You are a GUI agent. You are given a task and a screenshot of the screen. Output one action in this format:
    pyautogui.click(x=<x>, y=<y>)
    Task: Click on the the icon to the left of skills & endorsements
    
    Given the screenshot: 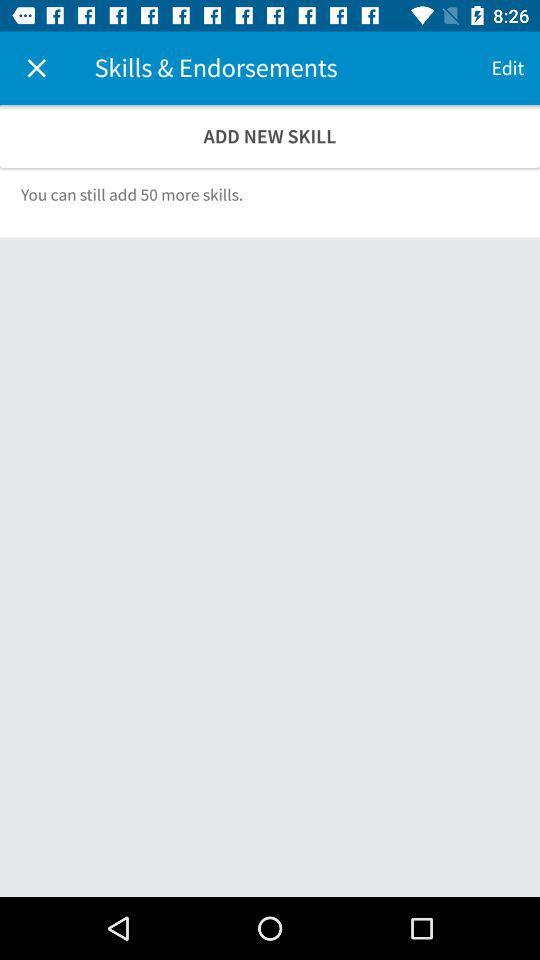 What is the action you would take?
    pyautogui.click(x=36, y=68)
    